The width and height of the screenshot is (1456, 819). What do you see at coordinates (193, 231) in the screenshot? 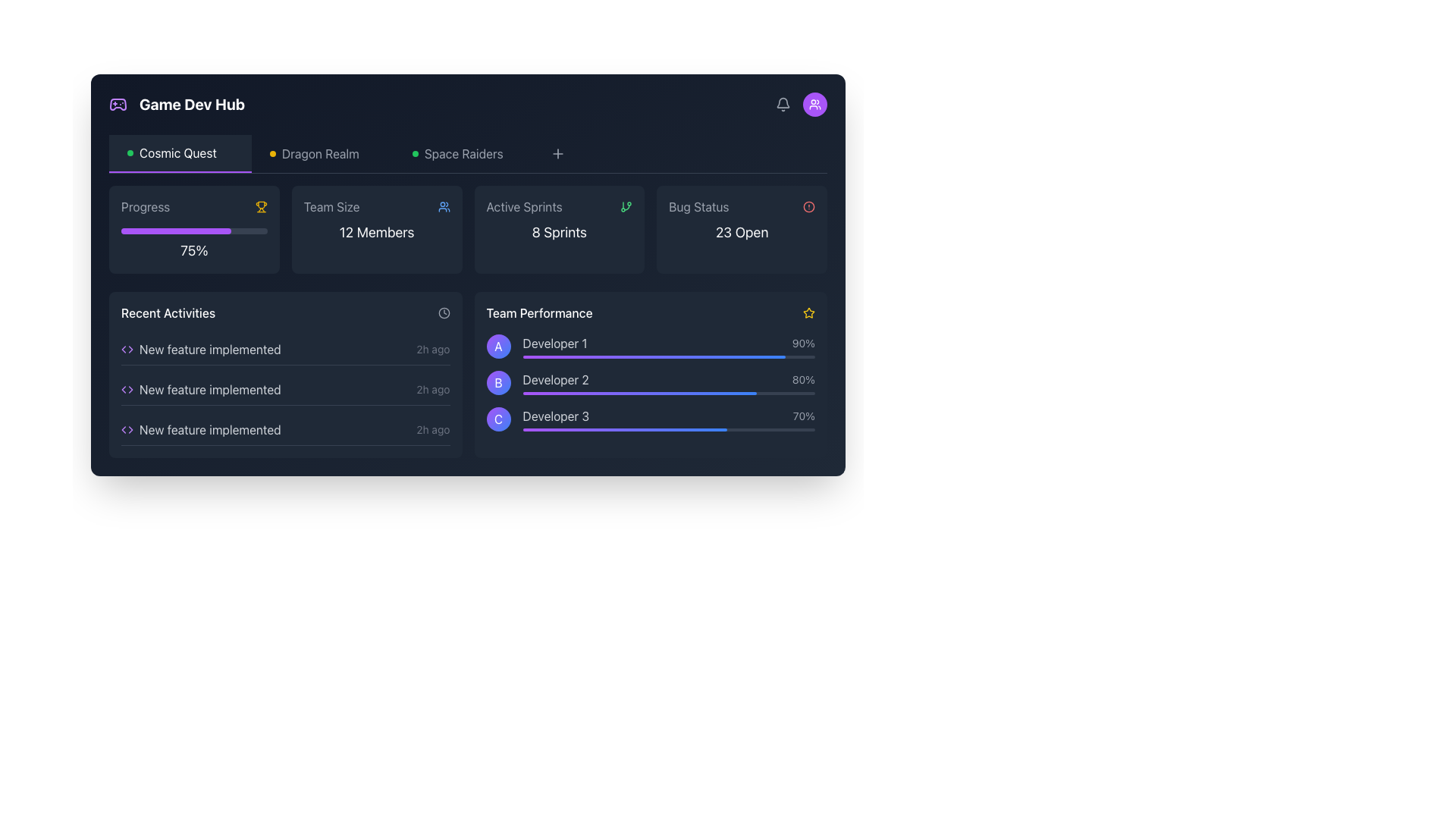
I see `the horizontal progress bar located in the 'Progress' section, which is styled with a gray background and purple filled portion, positioned centrally under the 'Progress' label and above the '75%' percentage value` at bounding box center [193, 231].